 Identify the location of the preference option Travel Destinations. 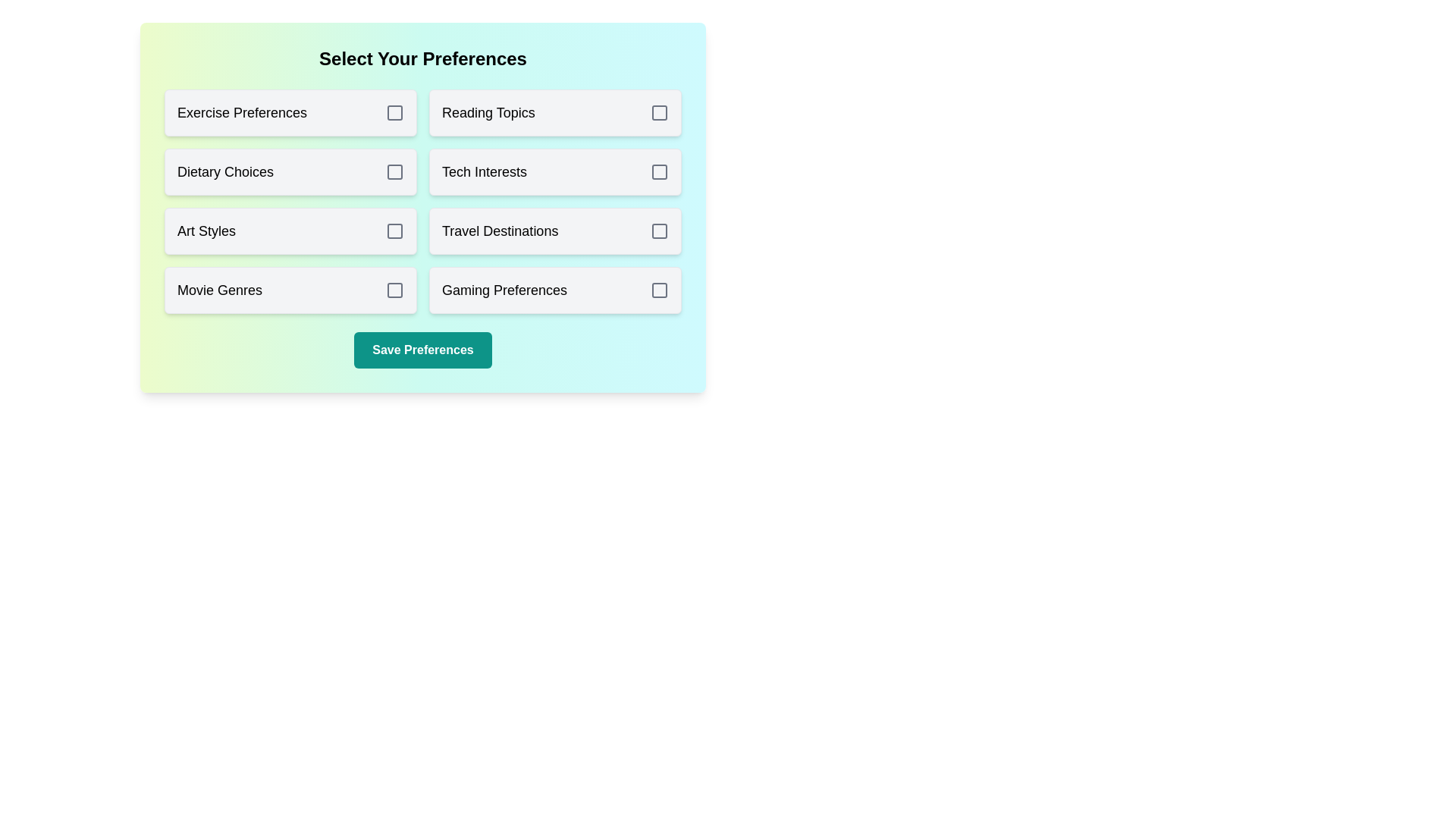
(554, 231).